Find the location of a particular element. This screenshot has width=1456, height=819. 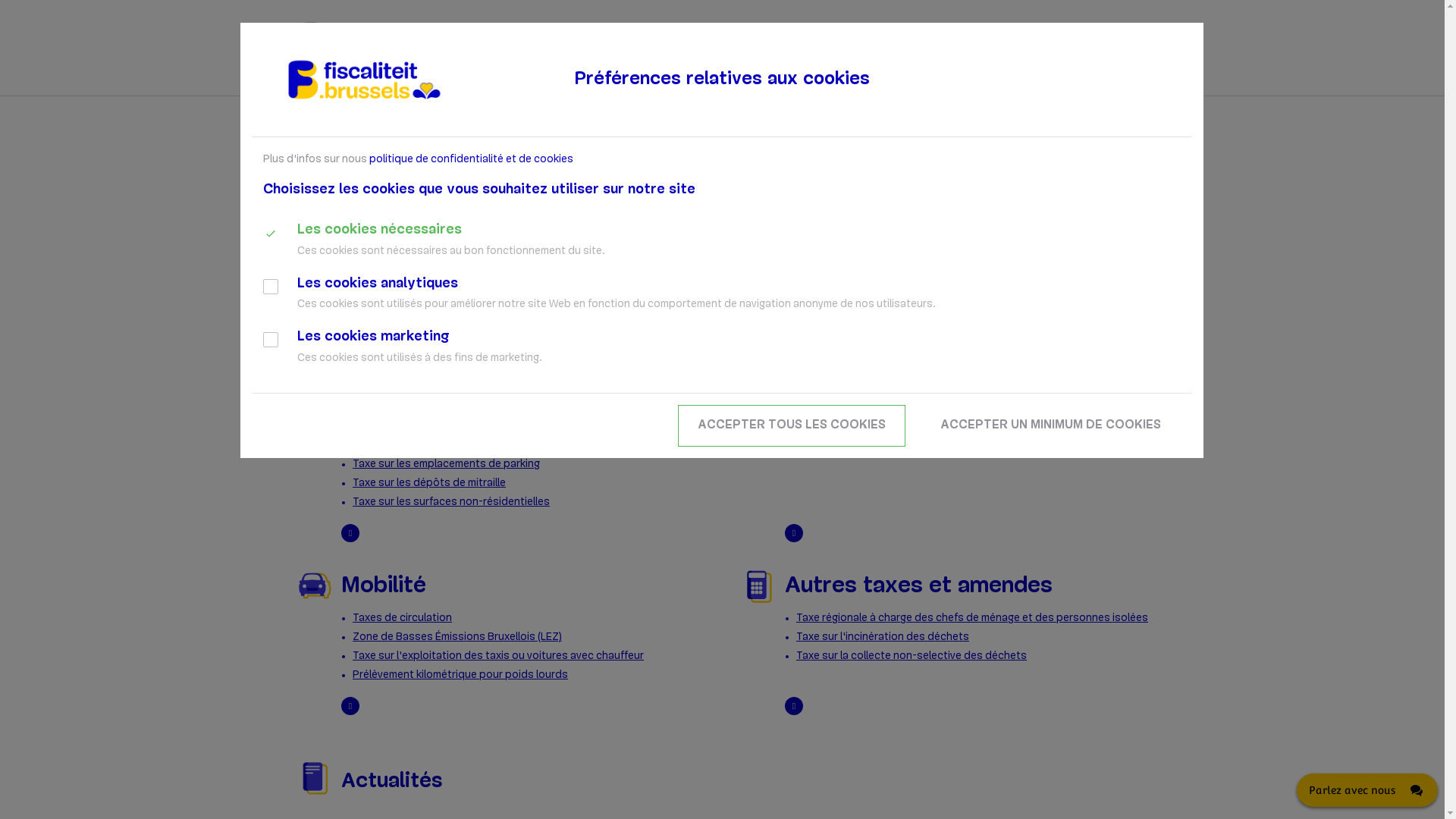

'Taxe sur les emplacements de parking' is located at coordinates (352, 463).